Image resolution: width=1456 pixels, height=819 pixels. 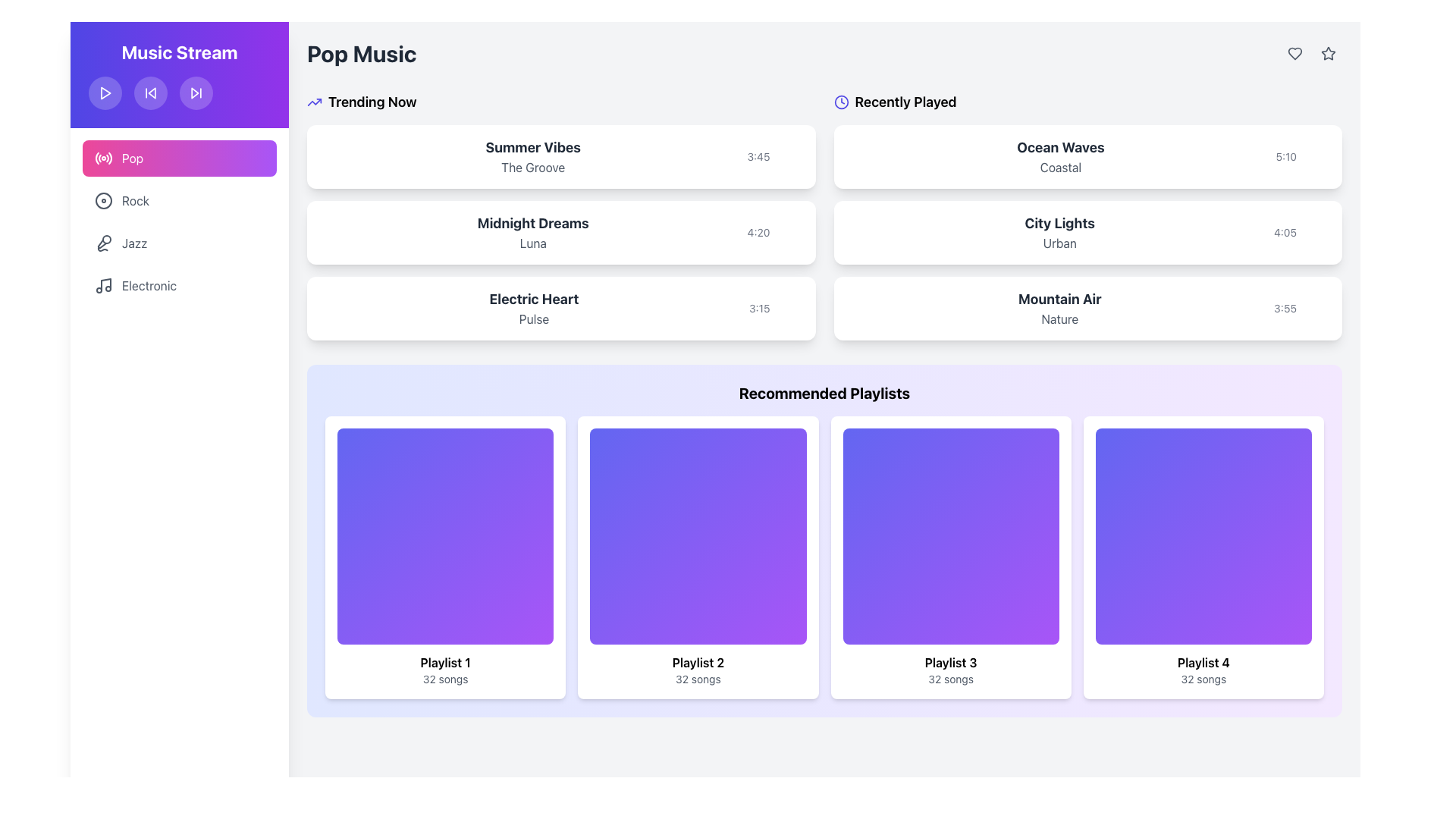 What do you see at coordinates (560, 308) in the screenshot?
I see `the third item` at bounding box center [560, 308].